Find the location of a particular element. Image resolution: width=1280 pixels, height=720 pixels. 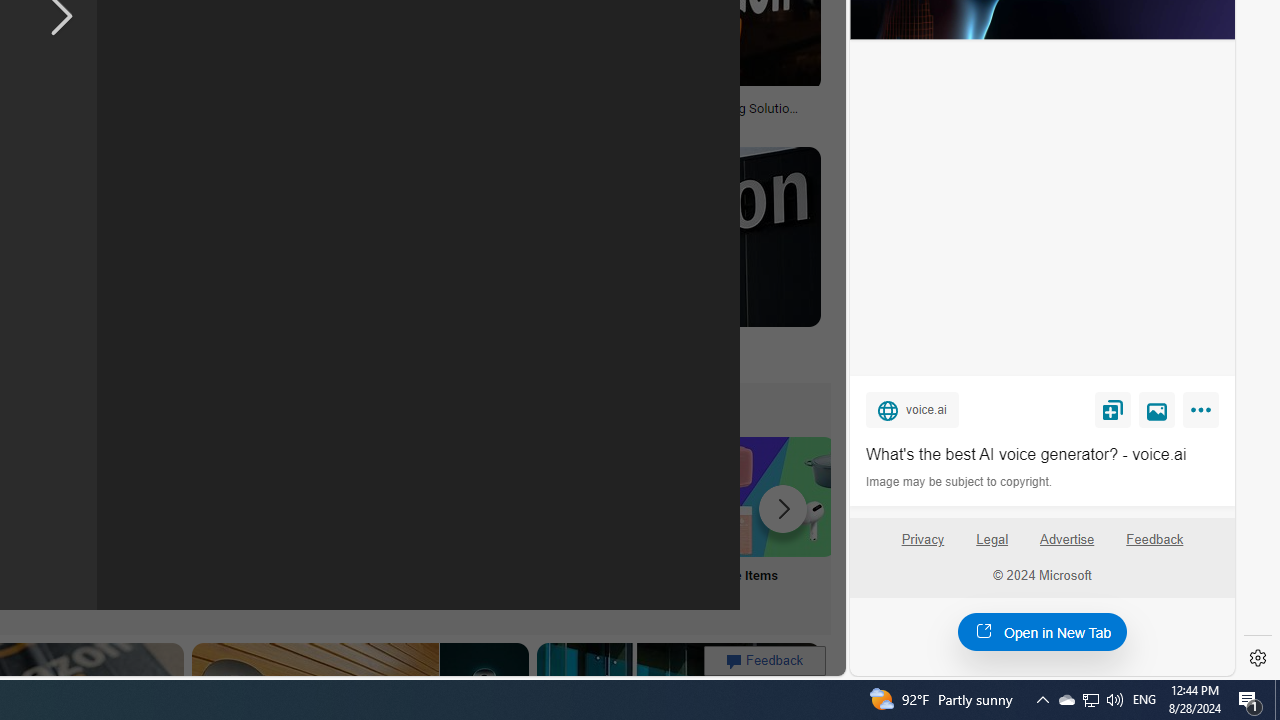

'Privacy' is located at coordinates (921, 547).